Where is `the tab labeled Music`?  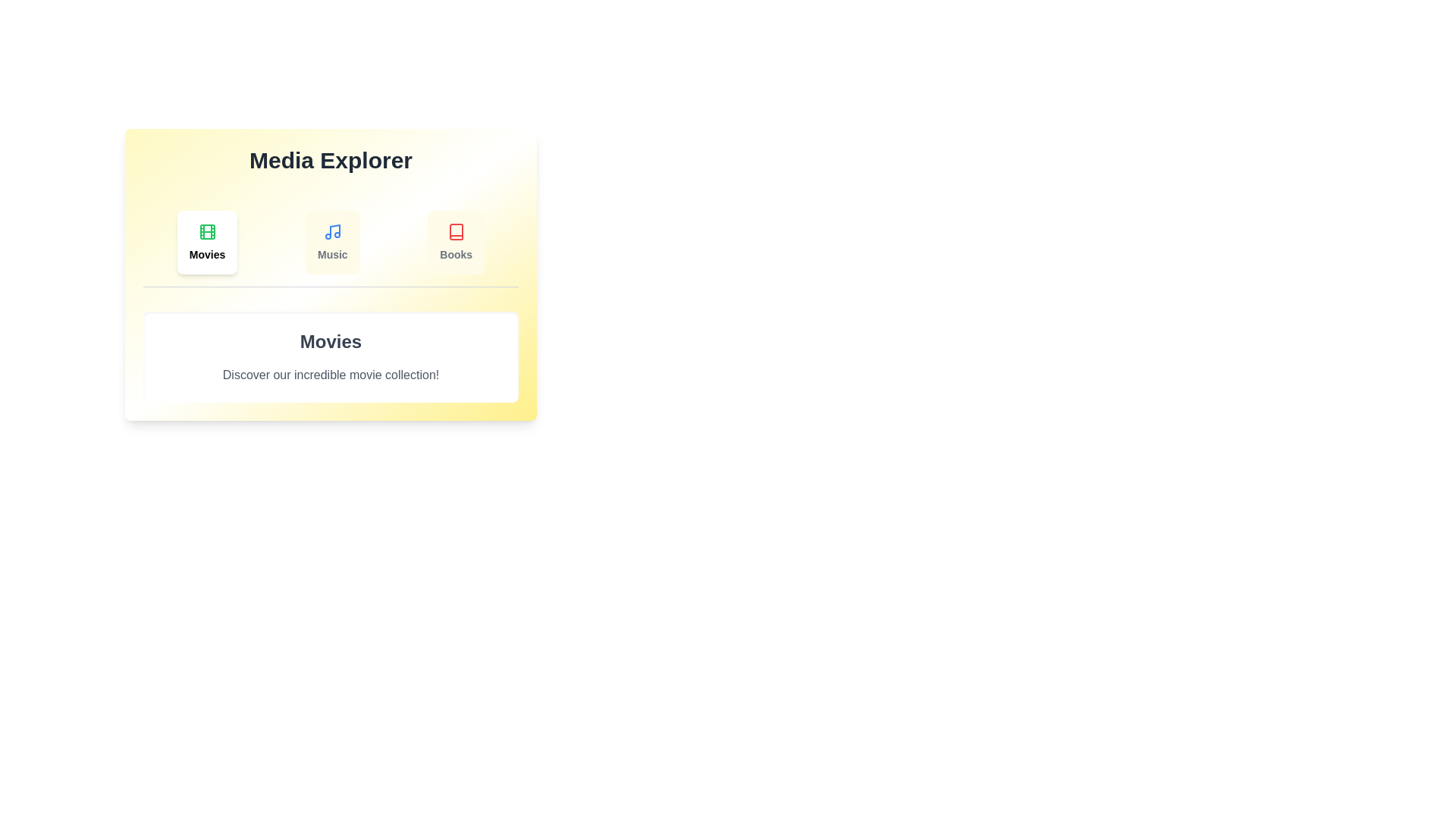 the tab labeled Music is located at coordinates (331, 242).